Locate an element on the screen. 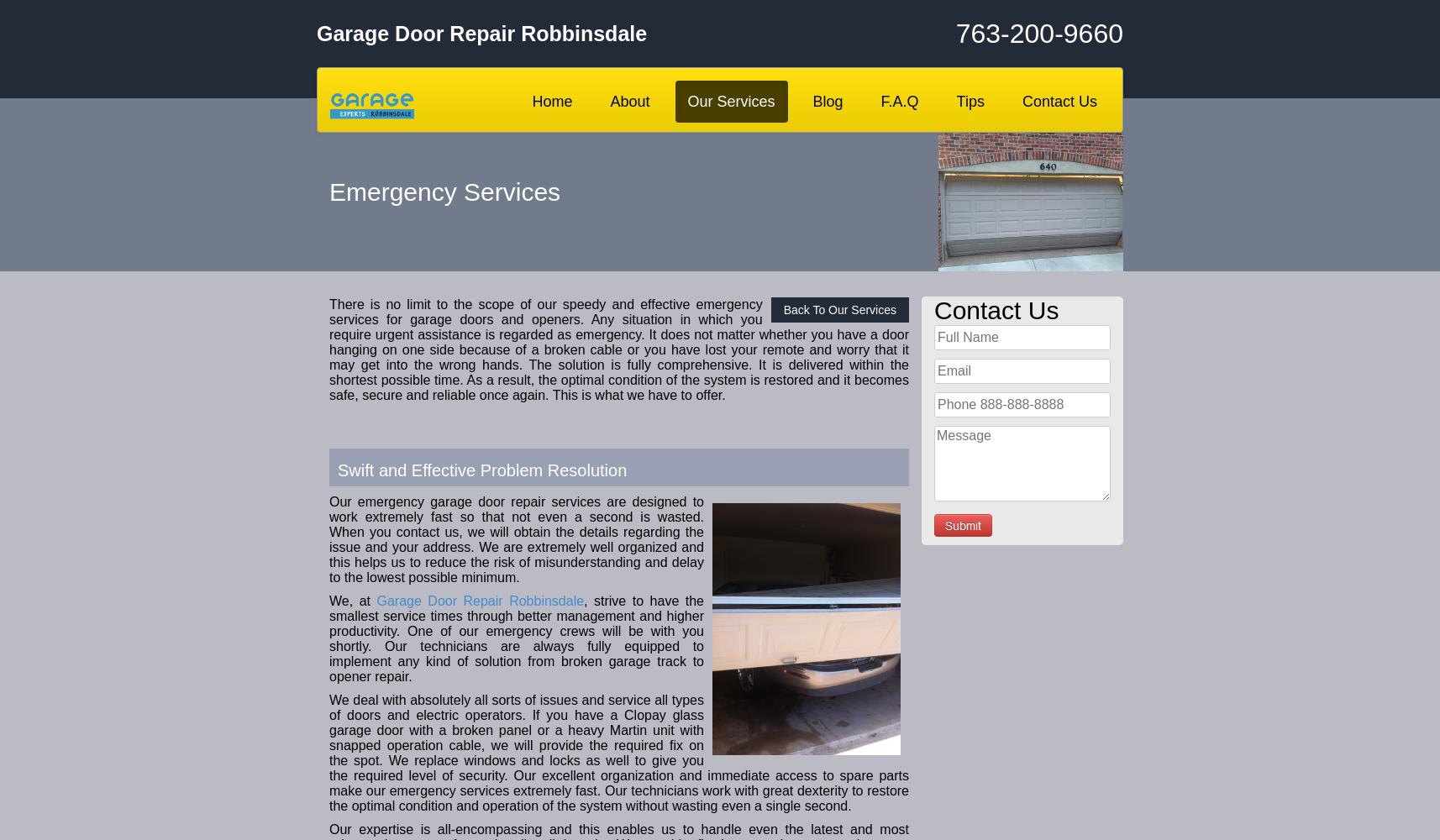 Image resolution: width=1440 pixels, height=840 pixels. 'Home' is located at coordinates (550, 101).